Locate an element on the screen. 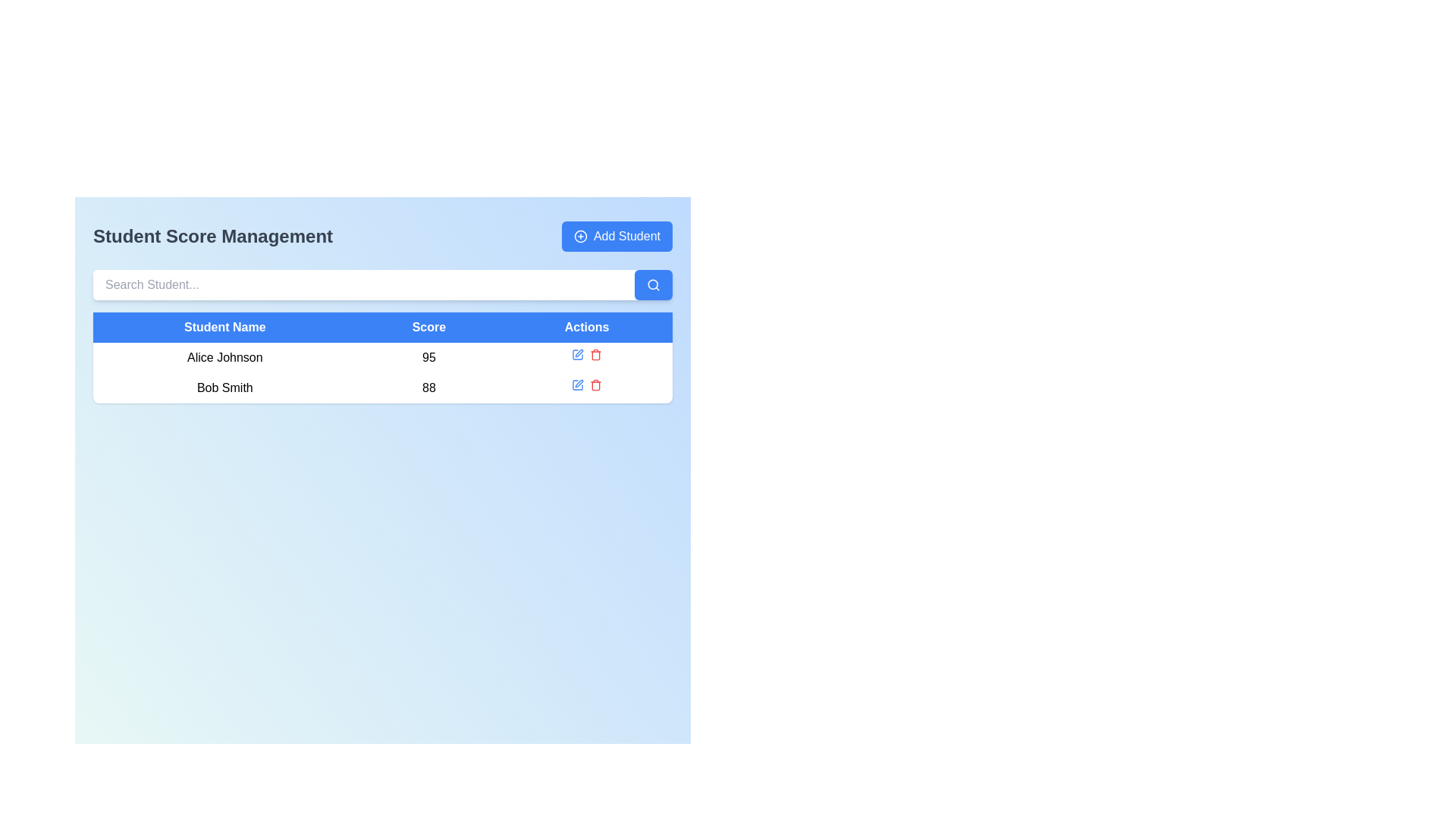 The image size is (1456, 819). the text-based label displaying the score for the student 'Alice Johnson', located in the 'Score' column of the table is located at coordinates (428, 357).